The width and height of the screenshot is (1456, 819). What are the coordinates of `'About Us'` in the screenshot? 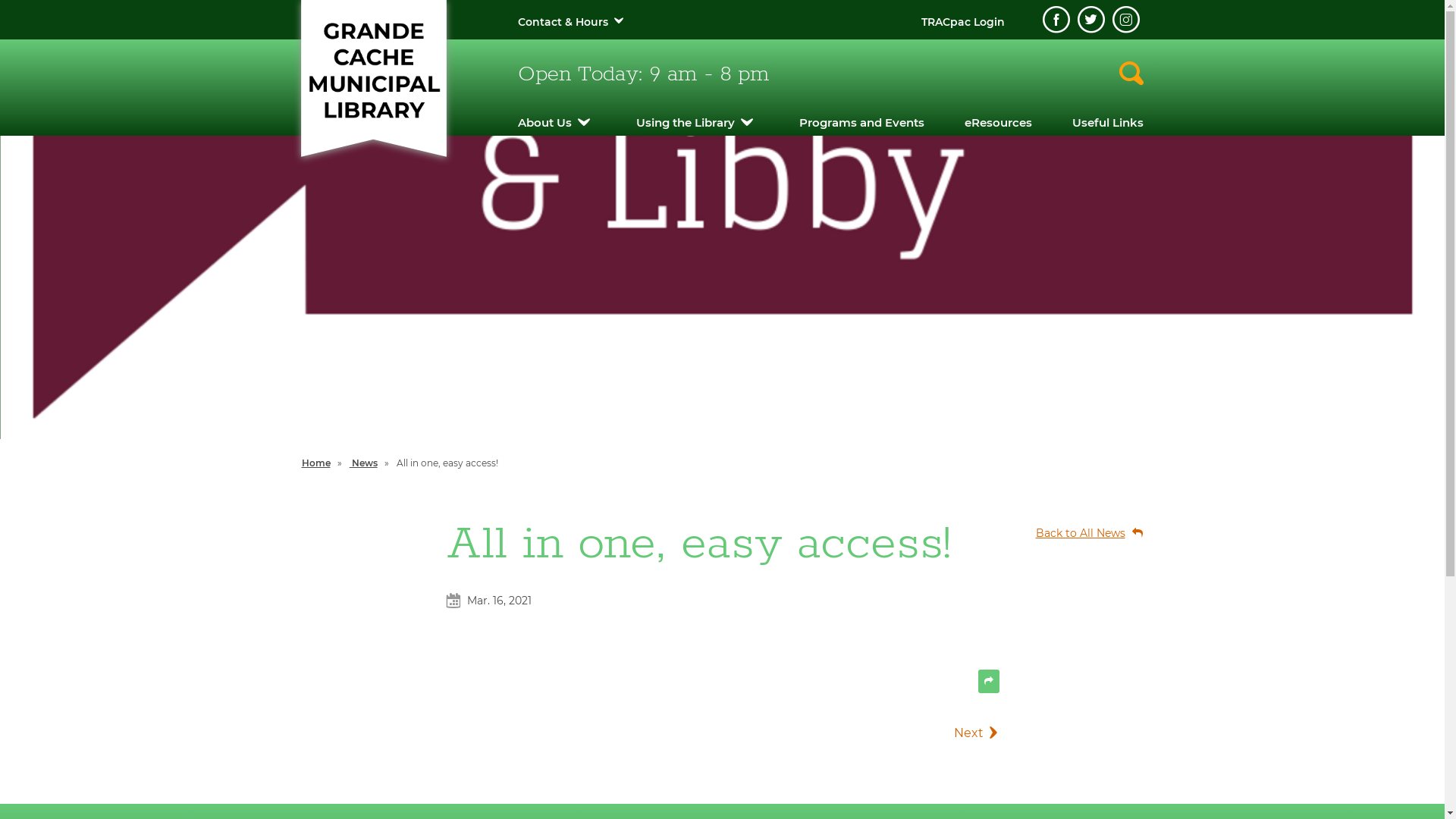 It's located at (516, 121).